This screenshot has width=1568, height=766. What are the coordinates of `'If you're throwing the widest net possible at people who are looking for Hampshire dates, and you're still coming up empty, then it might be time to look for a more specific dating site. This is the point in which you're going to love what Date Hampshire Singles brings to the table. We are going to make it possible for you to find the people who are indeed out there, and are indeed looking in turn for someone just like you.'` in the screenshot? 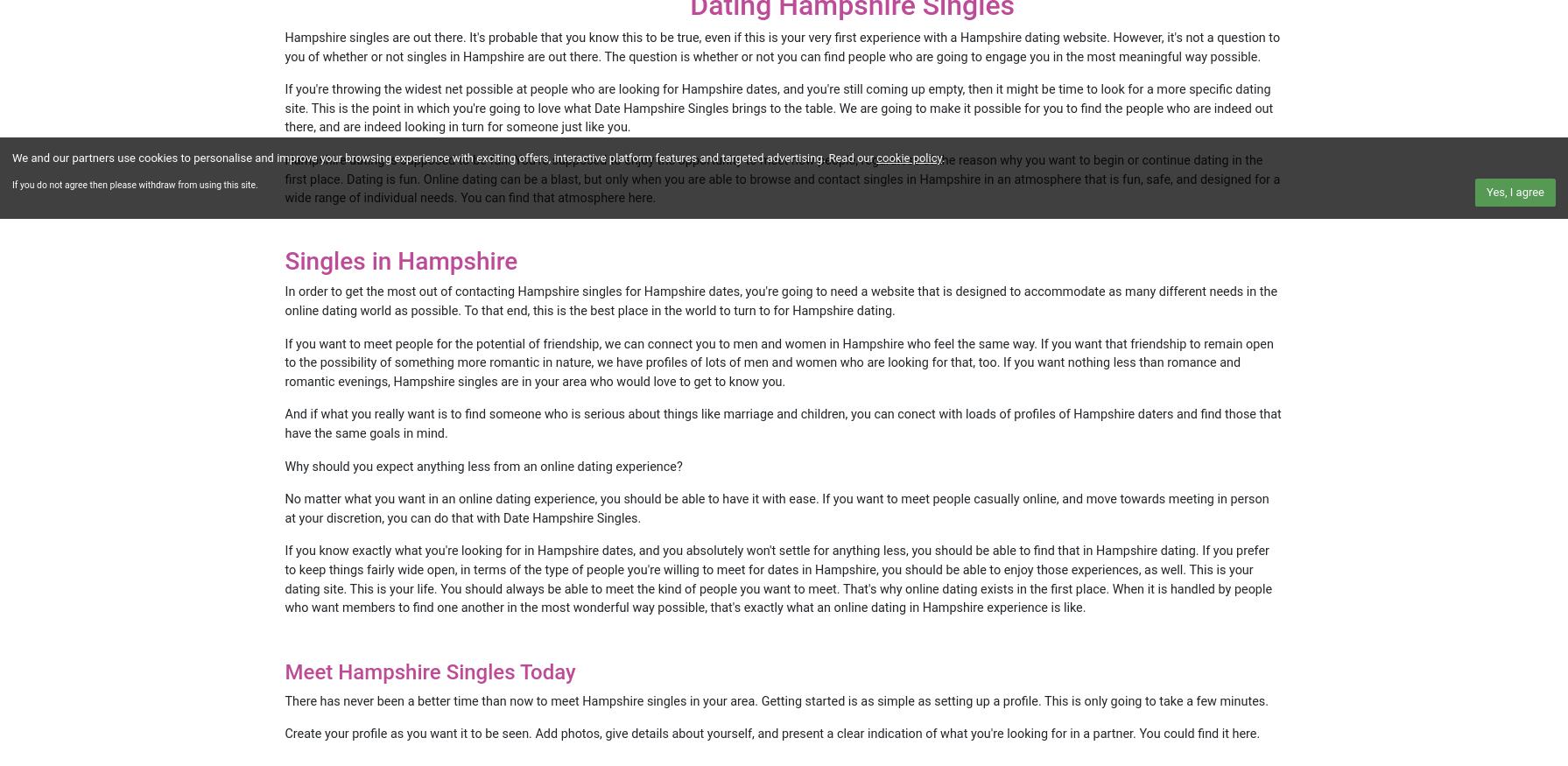 It's located at (778, 108).